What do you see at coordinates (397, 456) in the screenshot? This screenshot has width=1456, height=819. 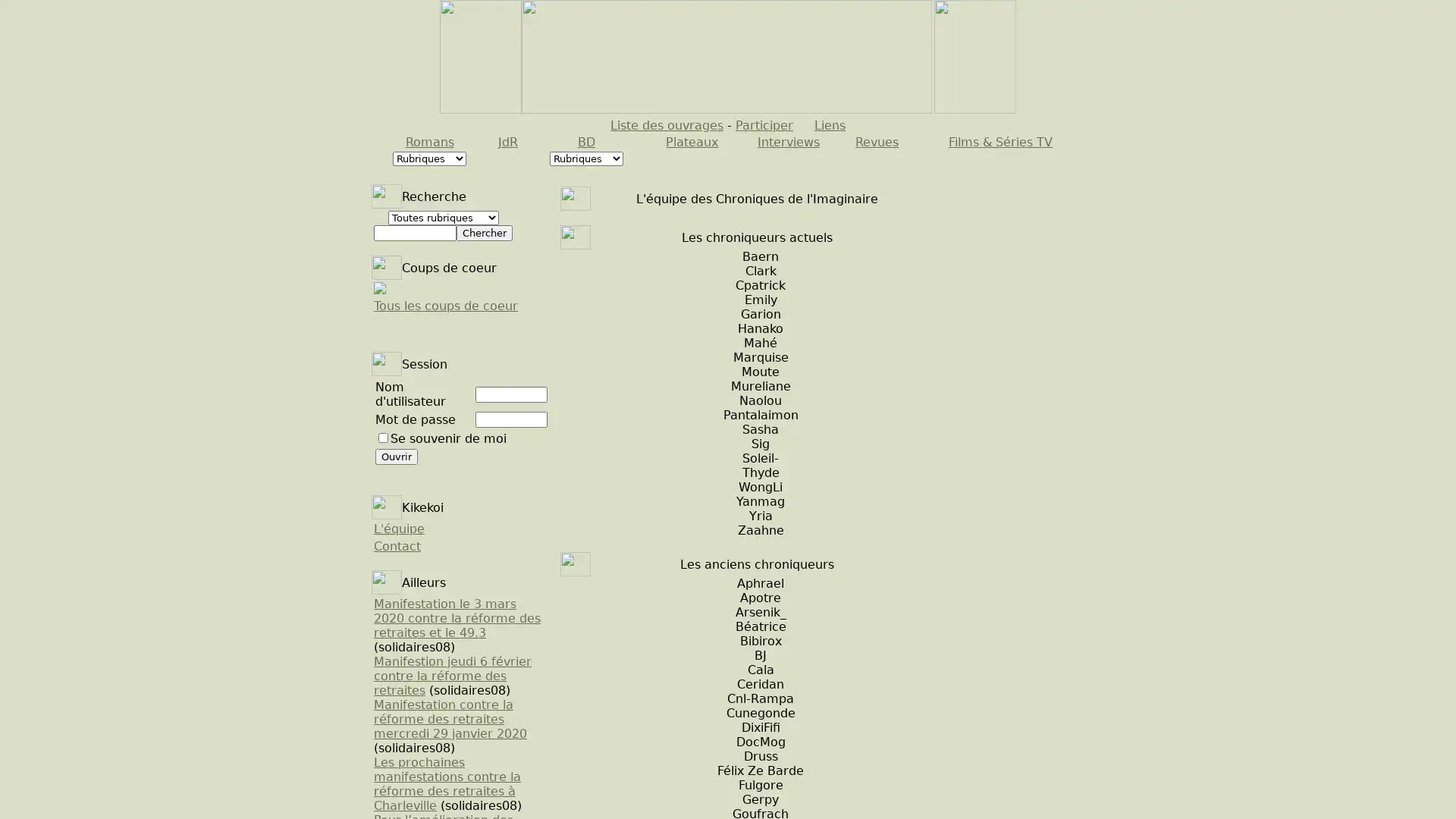 I see `Ouvrir` at bounding box center [397, 456].